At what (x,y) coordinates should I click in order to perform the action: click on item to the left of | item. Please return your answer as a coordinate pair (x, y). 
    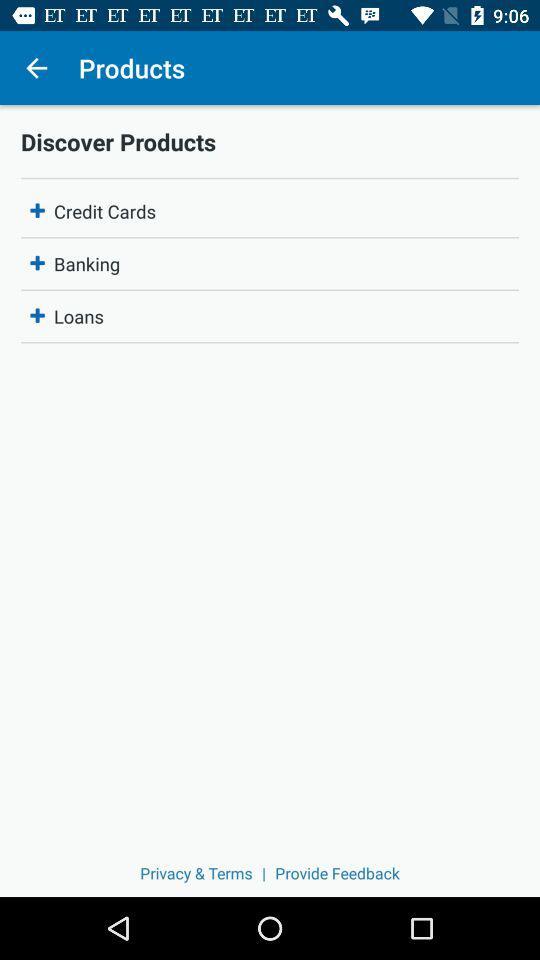
    Looking at the image, I should click on (196, 872).